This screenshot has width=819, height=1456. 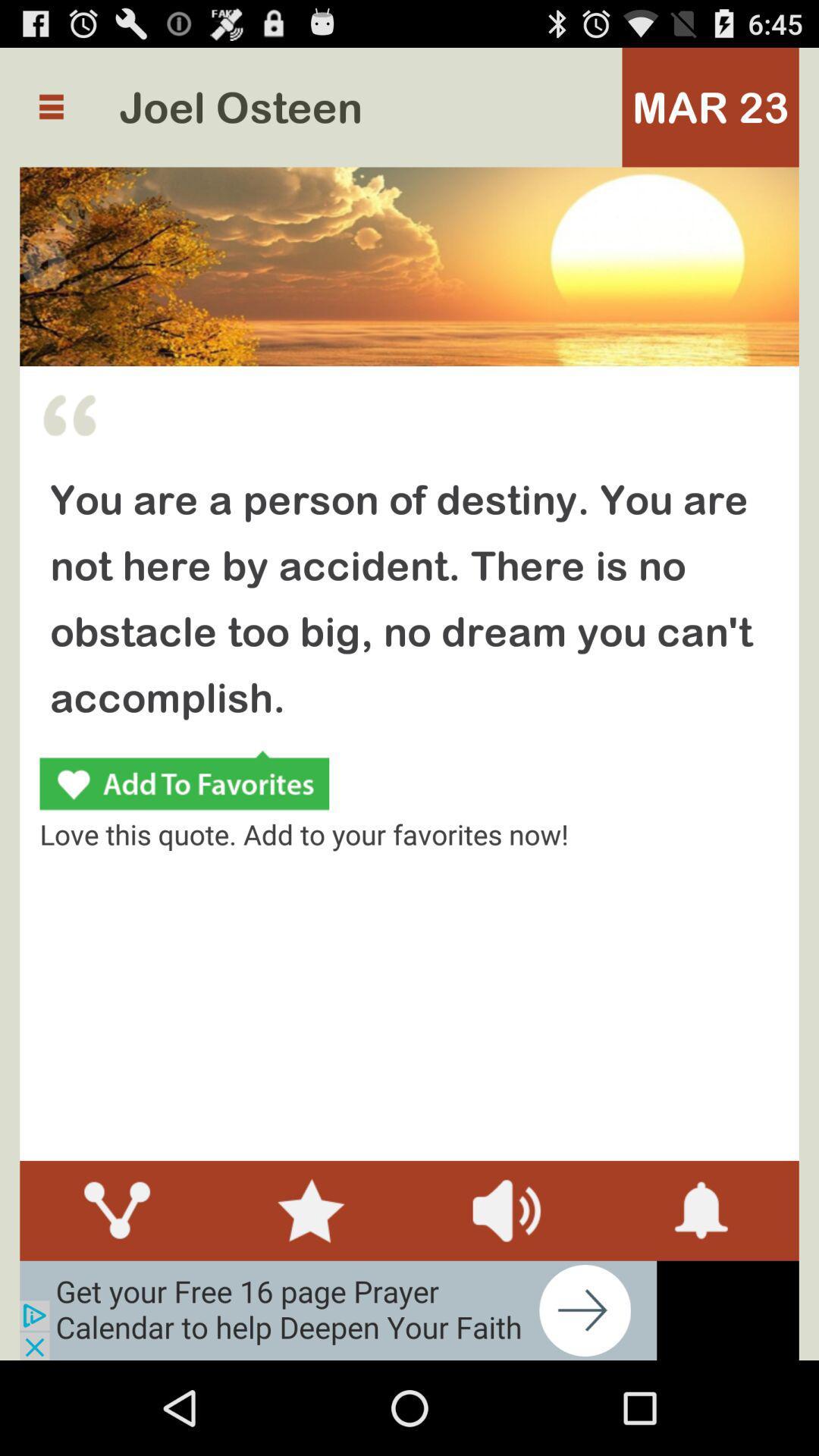 What do you see at coordinates (50, 106) in the screenshot?
I see `open complementary menu` at bounding box center [50, 106].